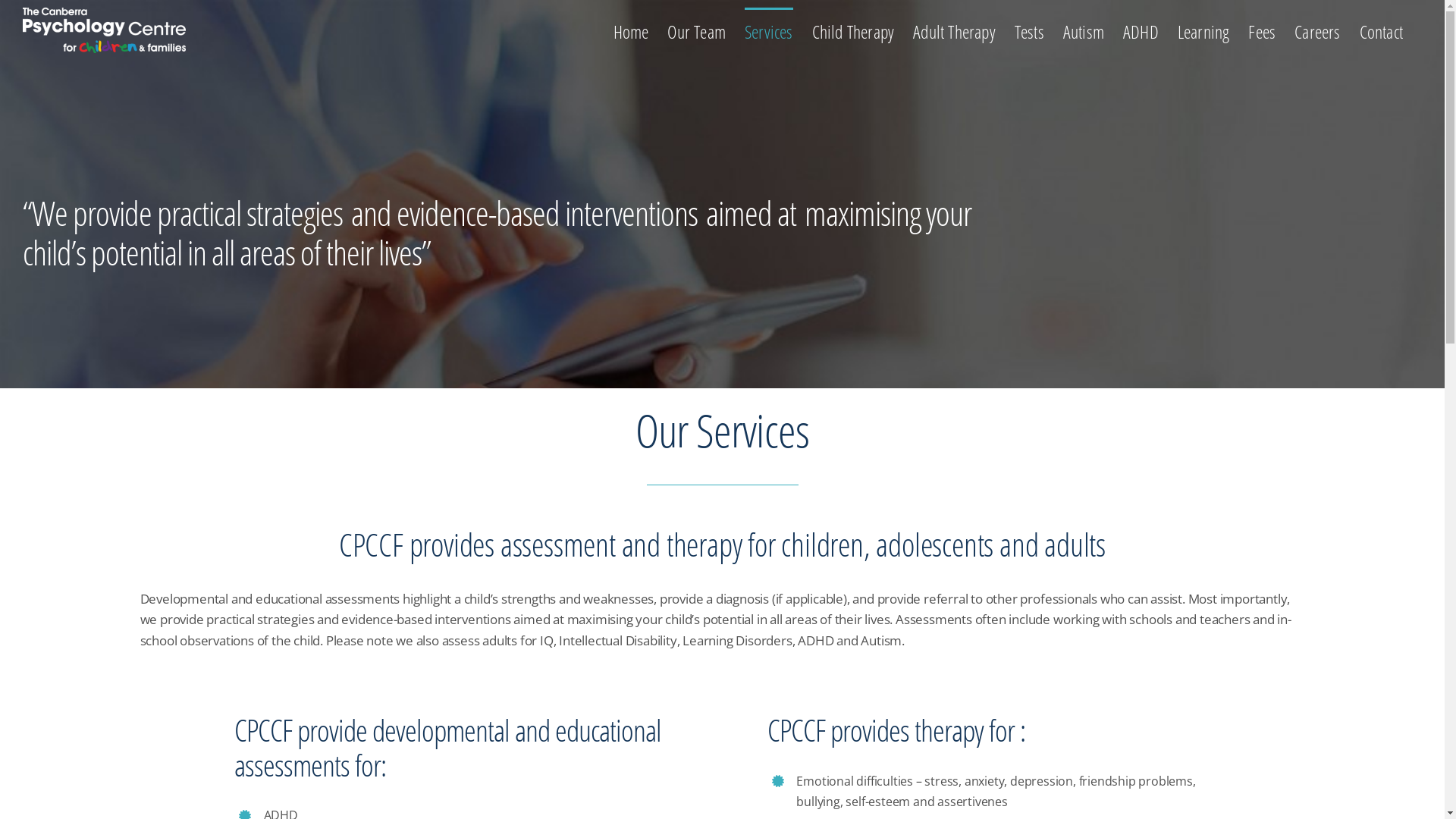 This screenshot has height=819, width=1456. What do you see at coordinates (1316, 30) in the screenshot?
I see `'Careers'` at bounding box center [1316, 30].